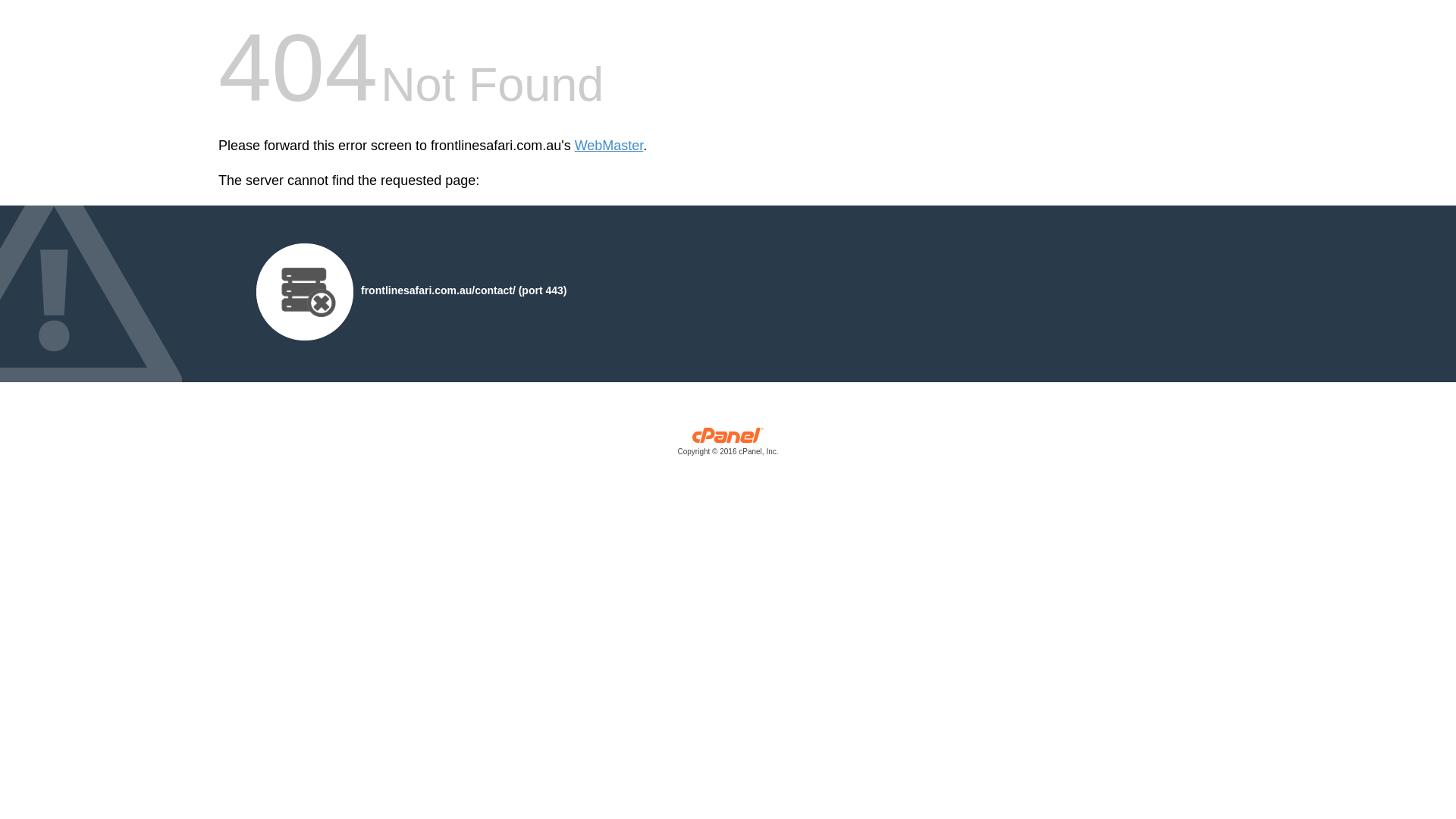  What do you see at coordinates (574, 146) in the screenshot?
I see `'WebMaster'` at bounding box center [574, 146].